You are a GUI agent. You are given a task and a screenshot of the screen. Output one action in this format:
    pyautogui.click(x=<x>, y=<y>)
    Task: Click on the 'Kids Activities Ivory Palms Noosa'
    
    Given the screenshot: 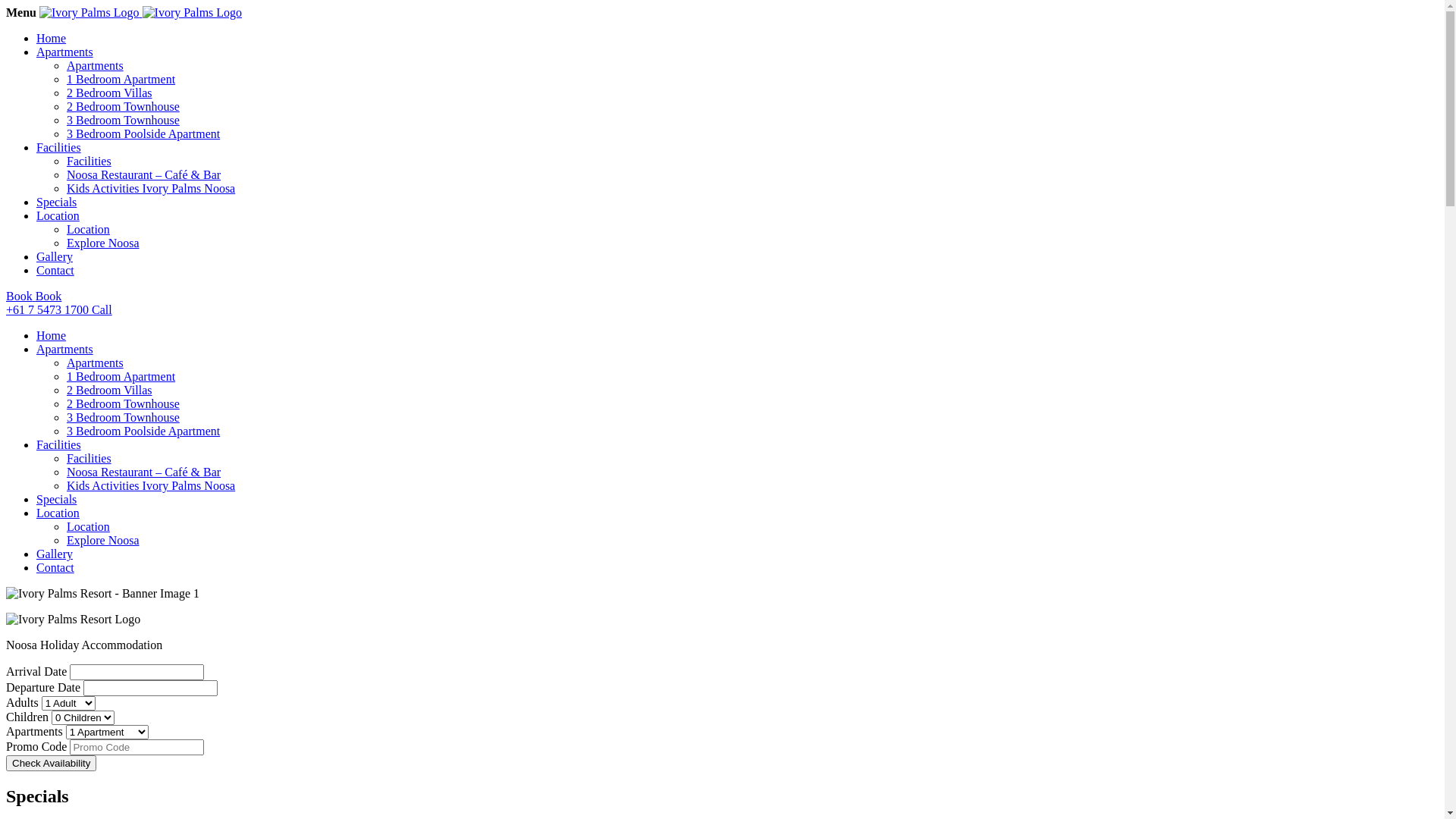 What is the action you would take?
    pyautogui.click(x=65, y=187)
    